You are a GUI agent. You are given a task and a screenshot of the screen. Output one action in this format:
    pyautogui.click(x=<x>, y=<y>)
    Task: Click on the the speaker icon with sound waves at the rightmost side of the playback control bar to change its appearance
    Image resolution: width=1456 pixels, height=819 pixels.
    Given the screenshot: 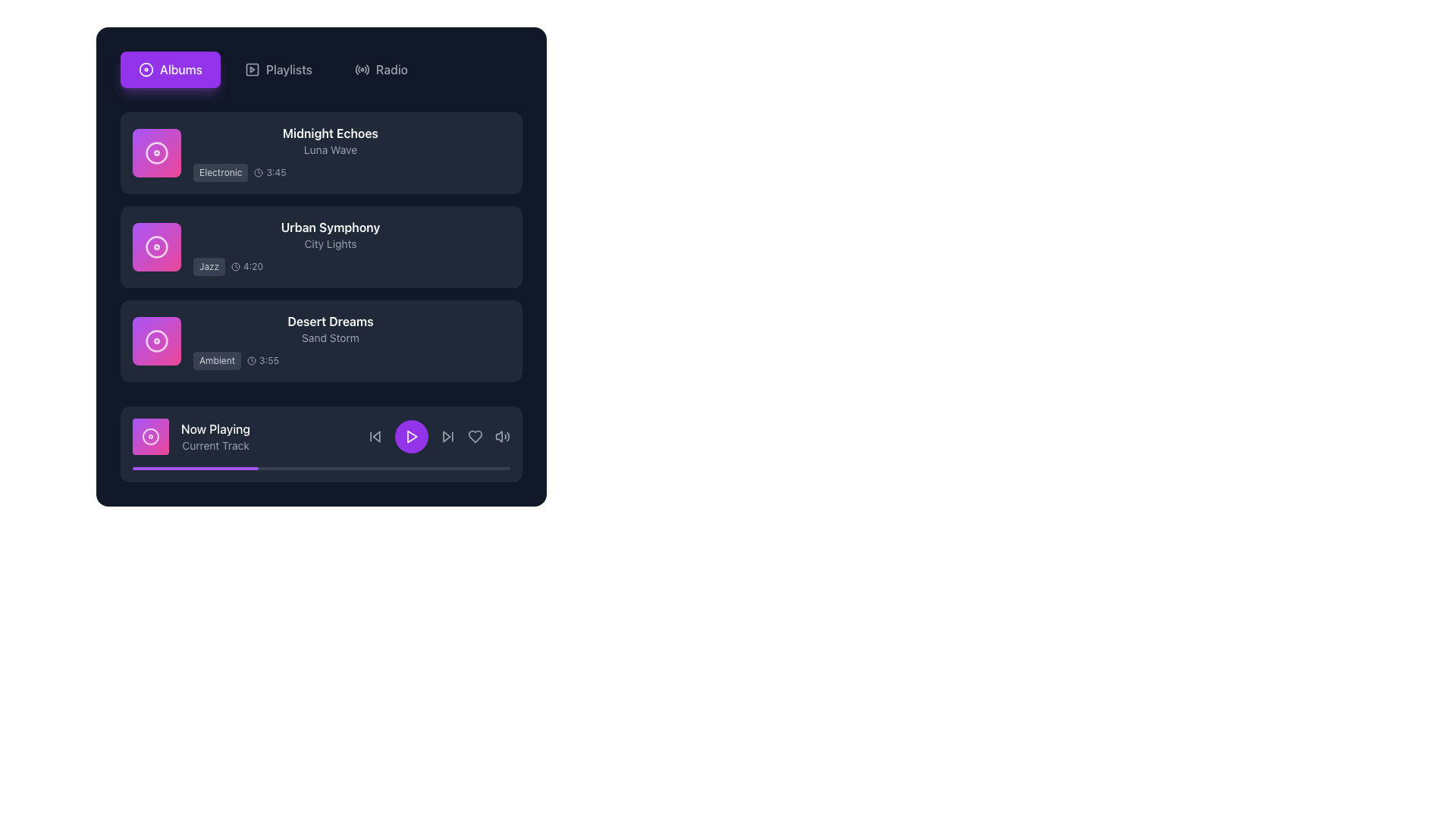 What is the action you would take?
    pyautogui.click(x=502, y=436)
    